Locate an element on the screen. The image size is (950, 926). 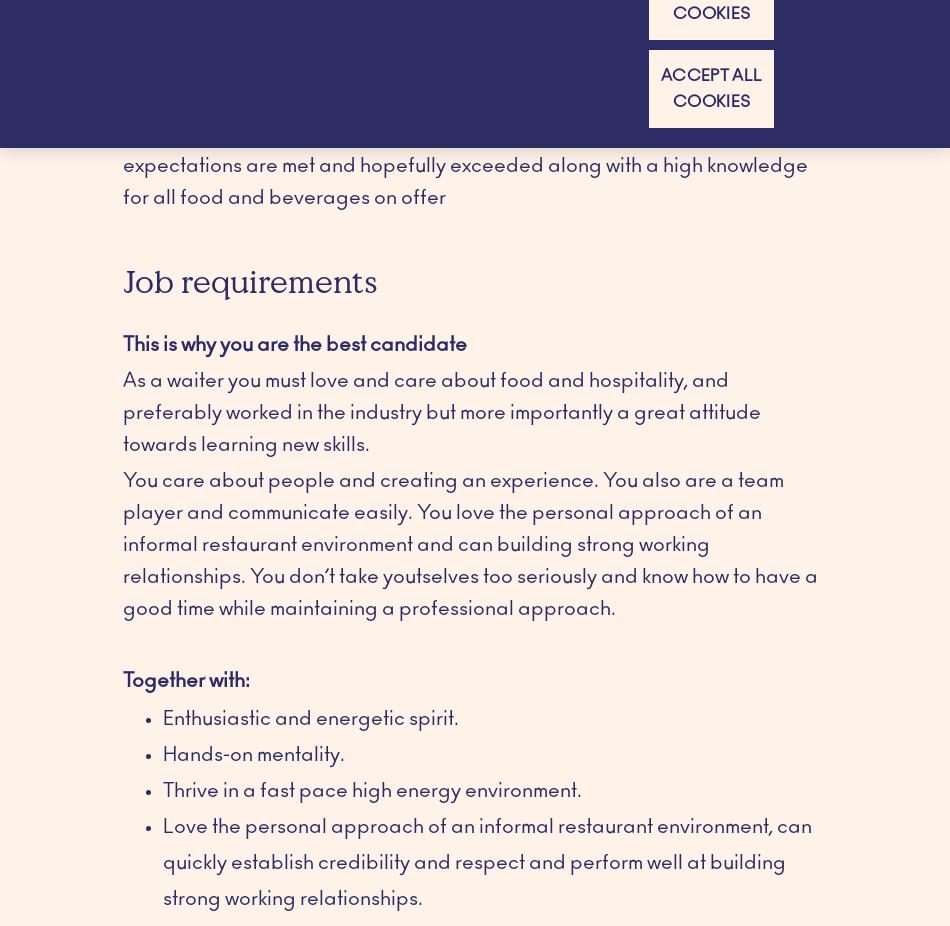
'Job requirements' is located at coordinates (249, 281).